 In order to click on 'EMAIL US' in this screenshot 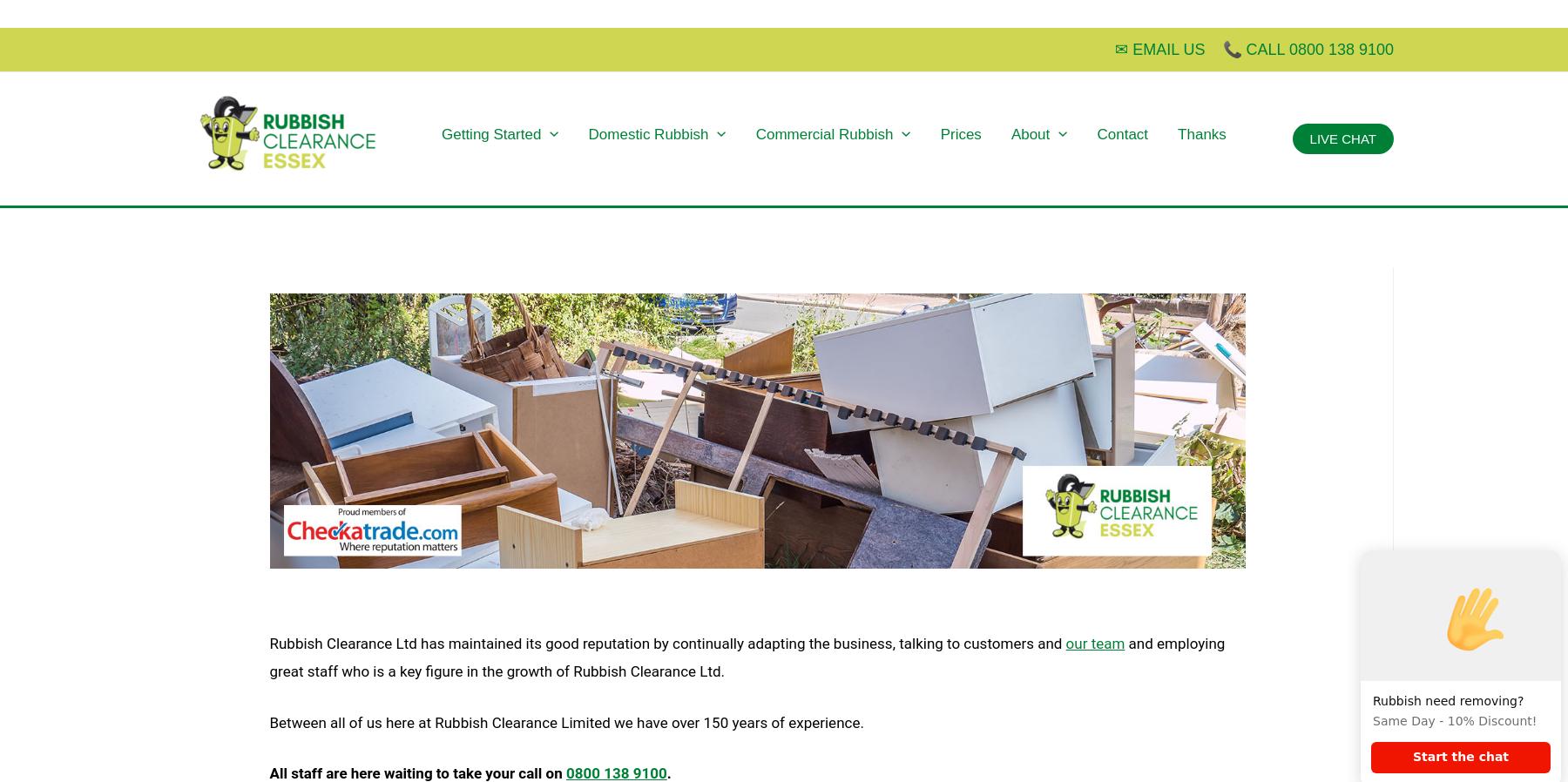, I will do `click(1168, 48)`.